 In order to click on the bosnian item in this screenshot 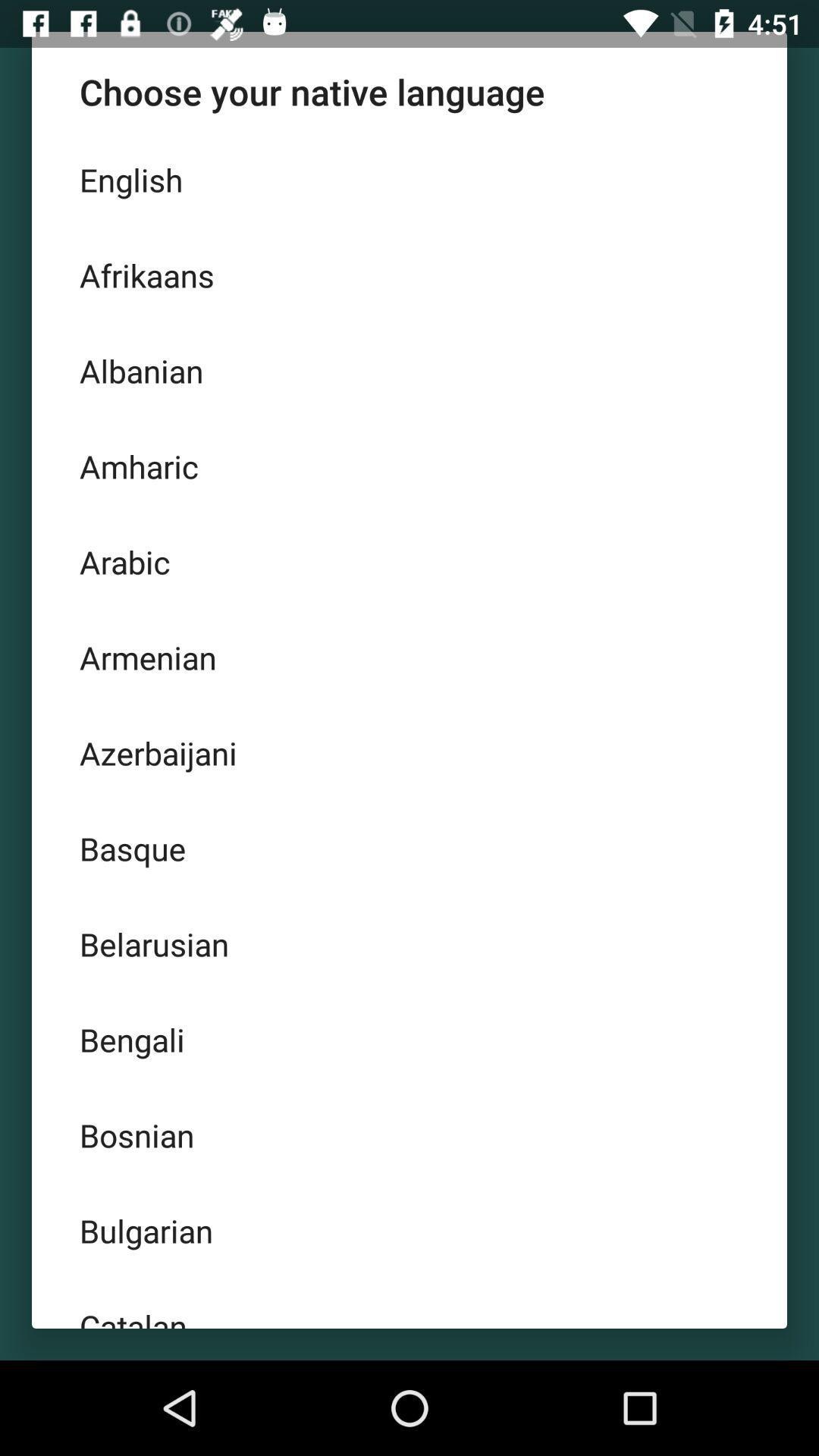, I will do `click(409, 1135)`.